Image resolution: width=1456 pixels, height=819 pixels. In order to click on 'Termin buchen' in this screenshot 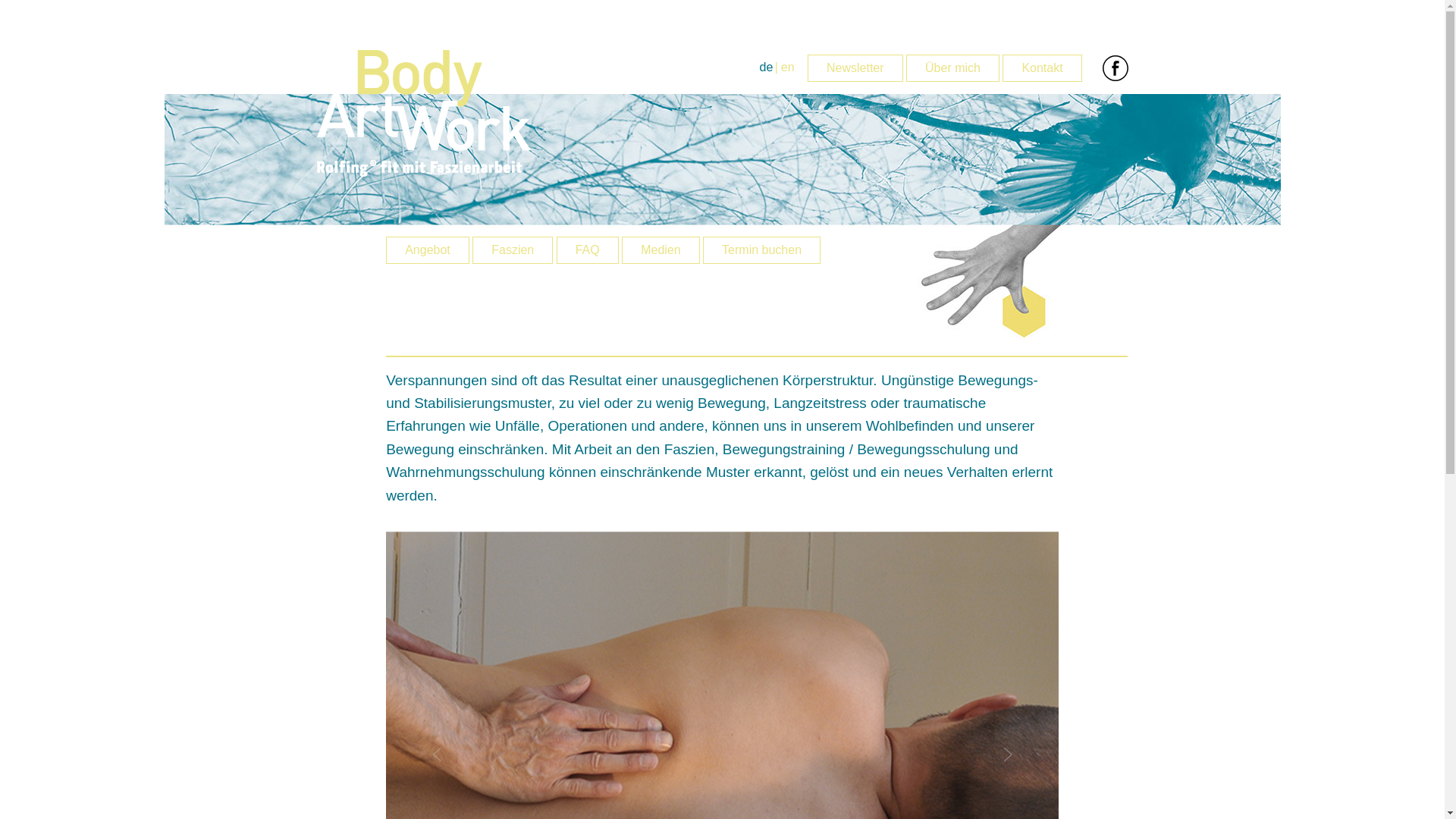, I will do `click(761, 249)`.